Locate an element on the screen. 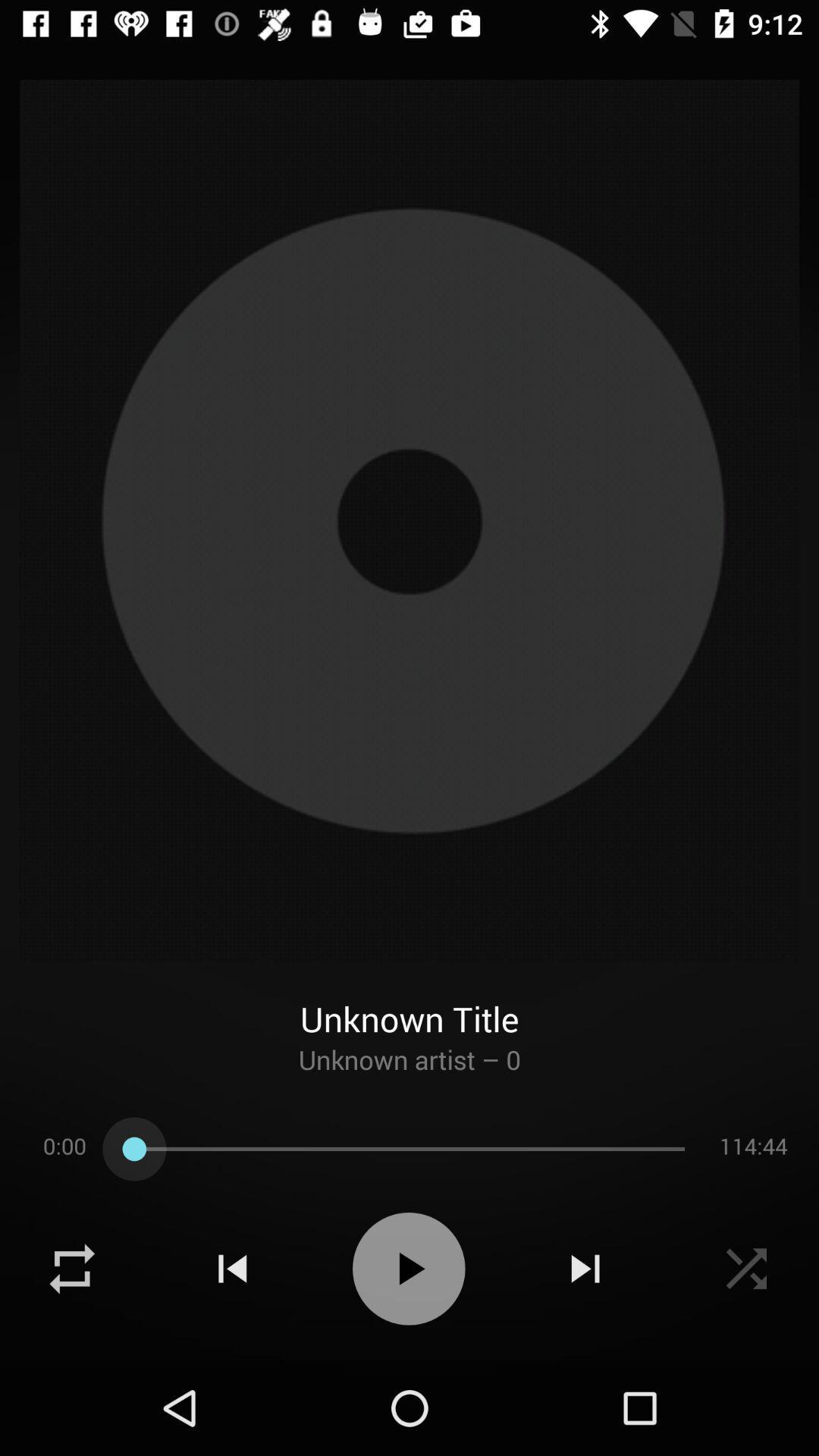  the play icon is located at coordinates (408, 1269).